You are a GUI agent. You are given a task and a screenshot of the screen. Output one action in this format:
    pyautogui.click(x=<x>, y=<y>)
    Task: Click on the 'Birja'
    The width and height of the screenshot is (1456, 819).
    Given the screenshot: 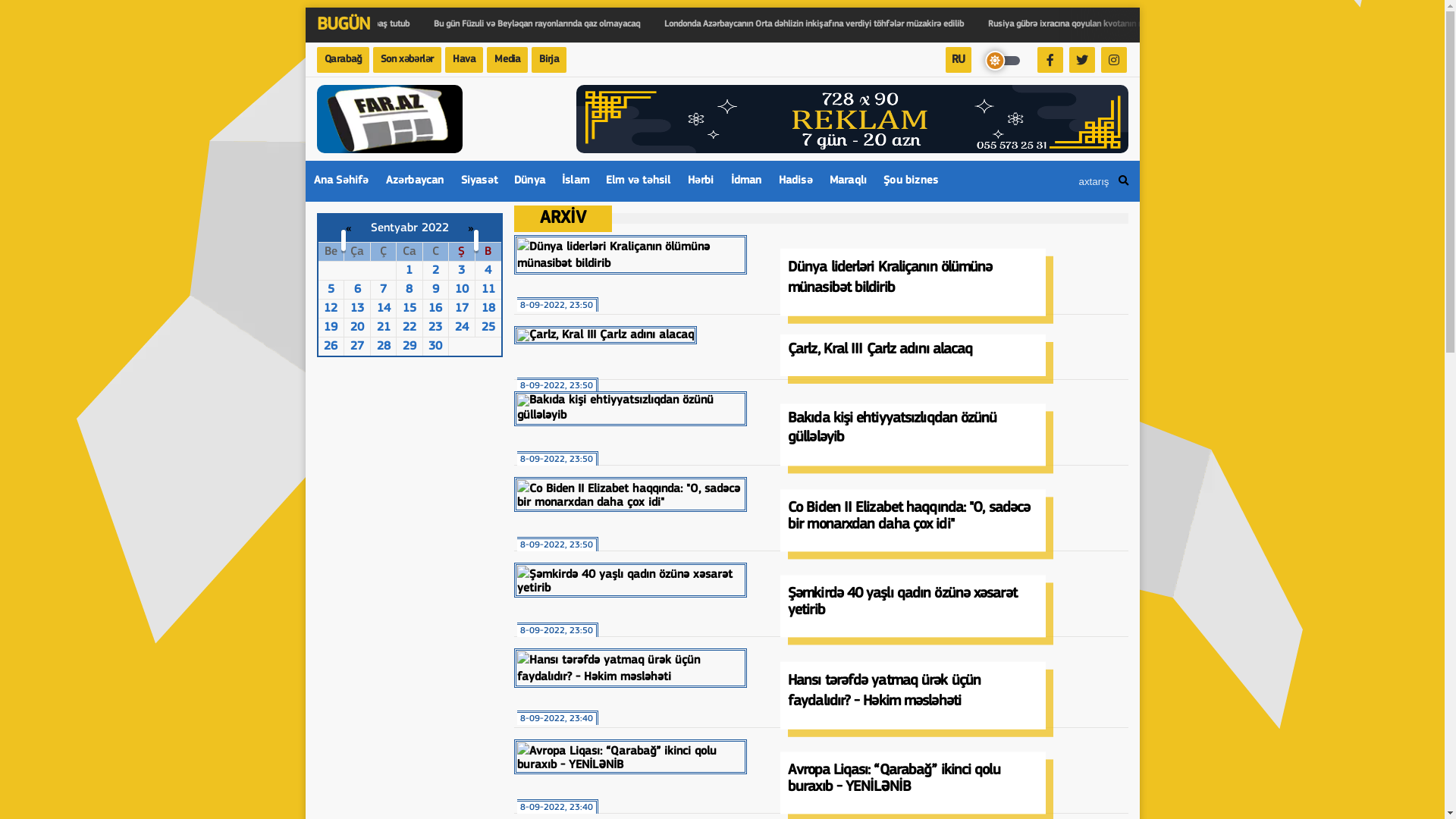 What is the action you would take?
    pyautogui.click(x=531, y=58)
    